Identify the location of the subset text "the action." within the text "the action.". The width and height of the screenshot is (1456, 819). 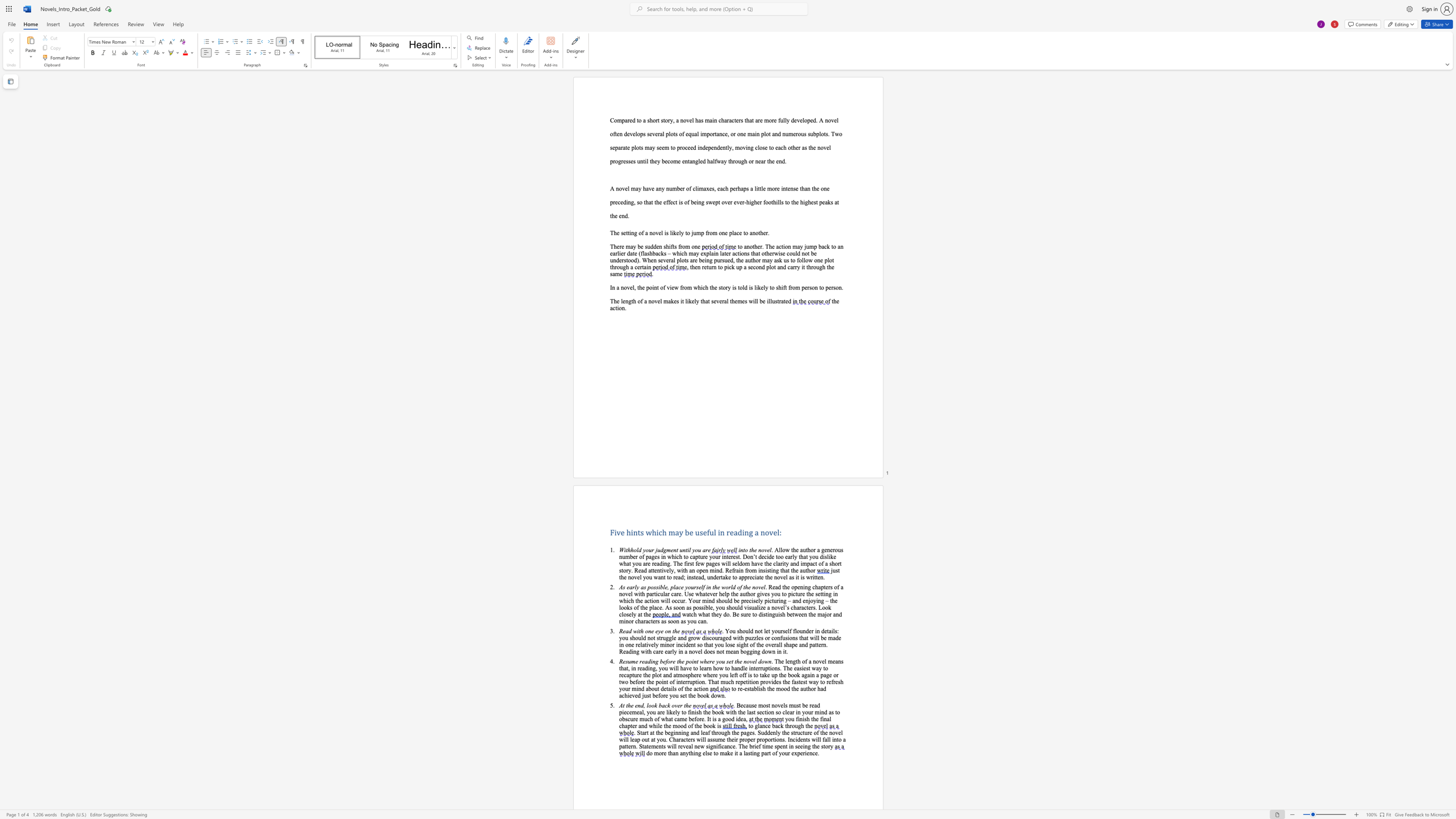
(831, 301).